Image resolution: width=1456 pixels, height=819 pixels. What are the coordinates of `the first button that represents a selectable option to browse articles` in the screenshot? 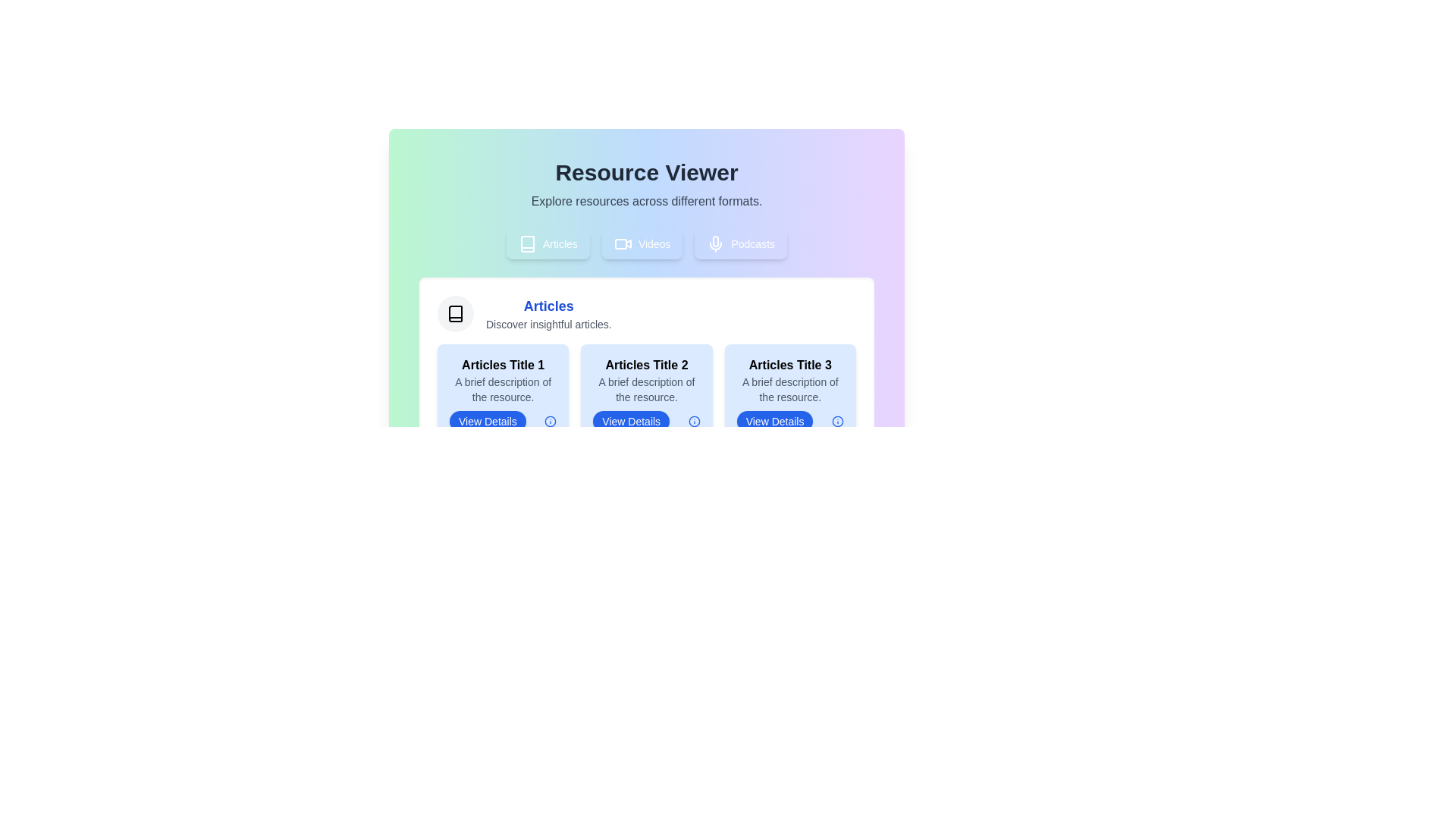 It's located at (547, 243).